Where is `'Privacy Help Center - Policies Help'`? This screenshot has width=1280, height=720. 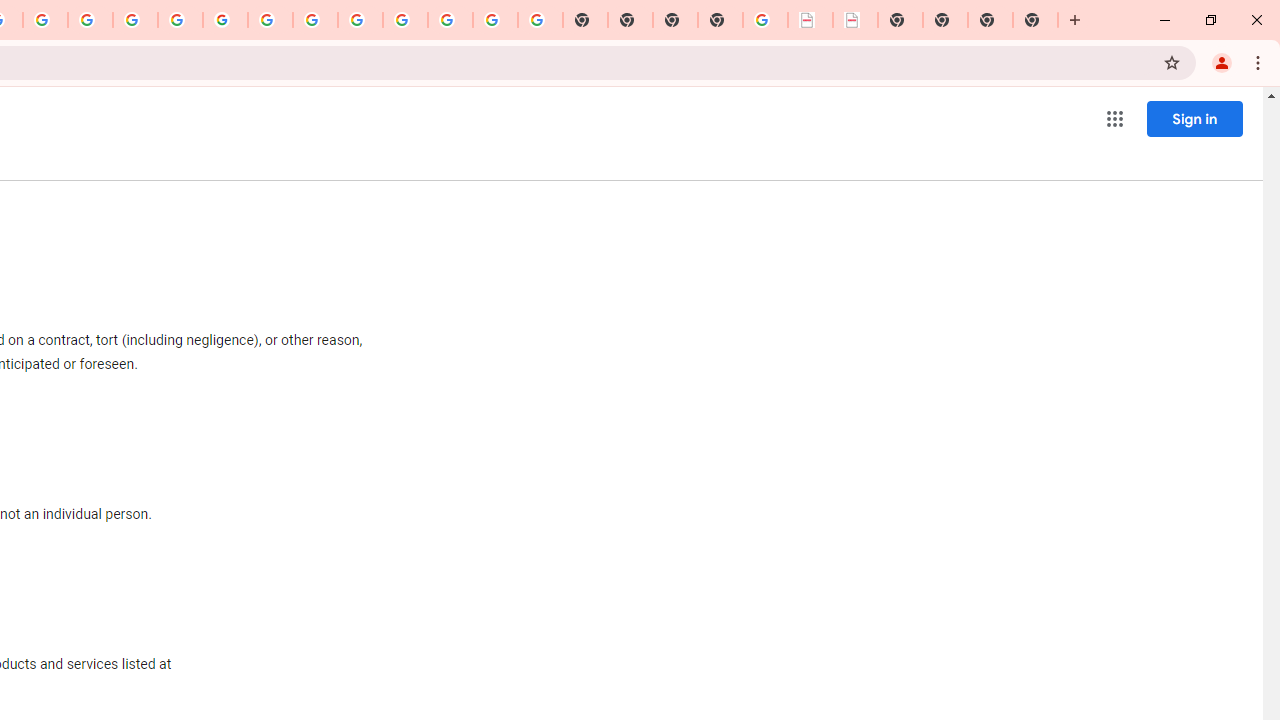 'Privacy Help Center - Policies Help' is located at coordinates (89, 20).